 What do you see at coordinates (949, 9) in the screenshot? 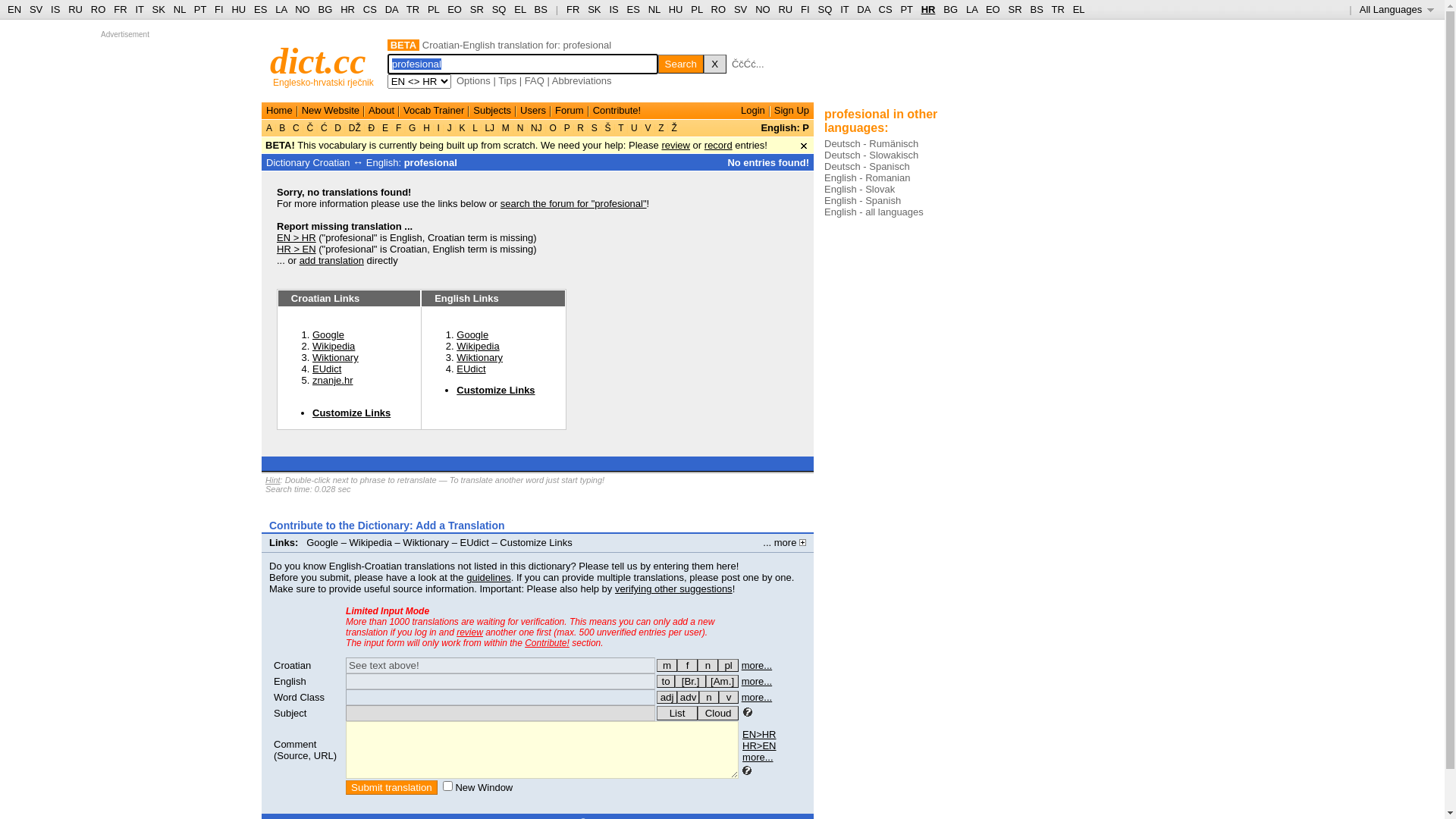
I see `'BG'` at bounding box center [949, 9].